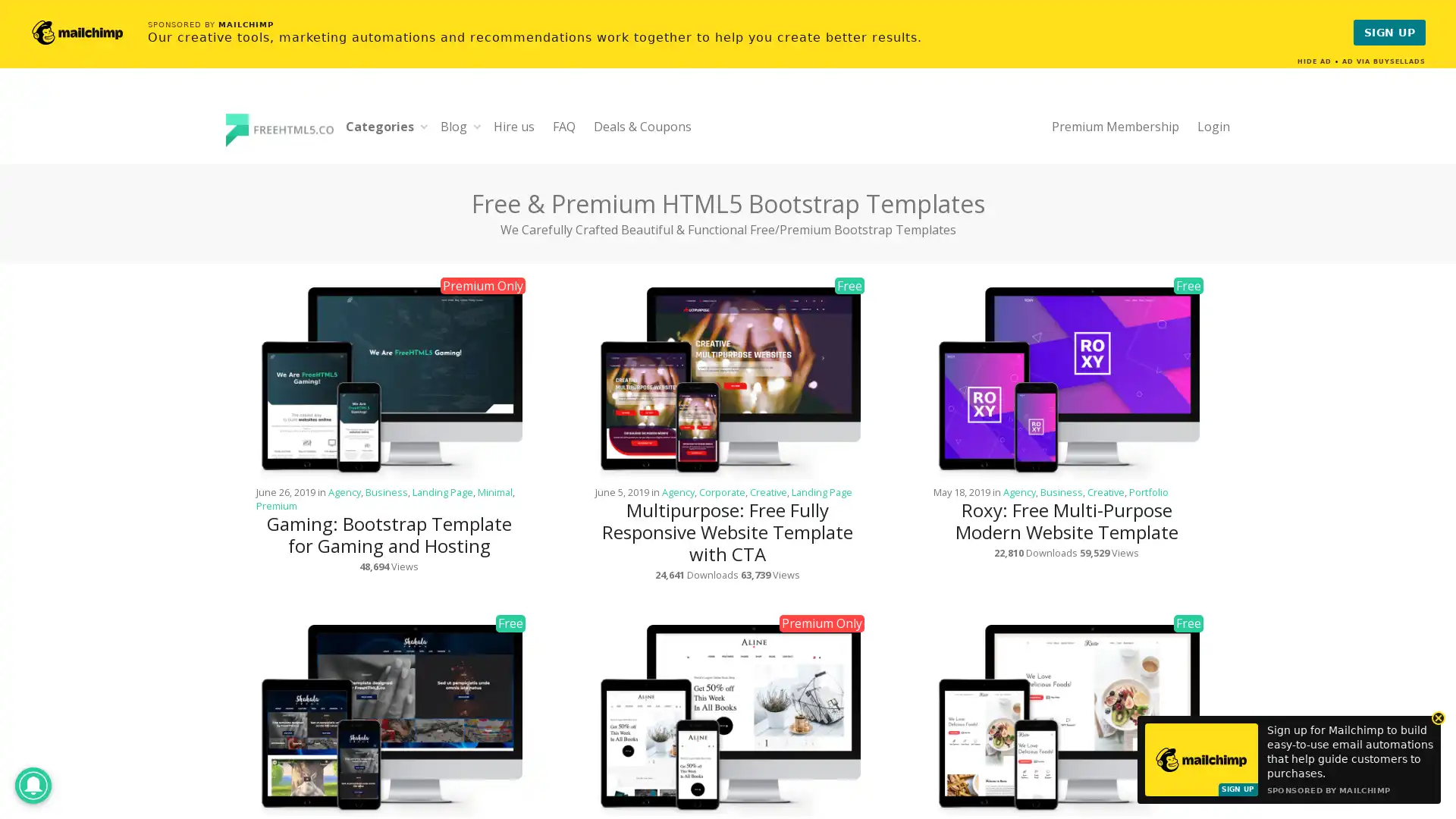 Image resolution: width=1456 pixels, height=819 pixels. What do you see at coordinates (476, 125) in the screenshot?
I see `Expand child menu` at bounding box center [476, 125].